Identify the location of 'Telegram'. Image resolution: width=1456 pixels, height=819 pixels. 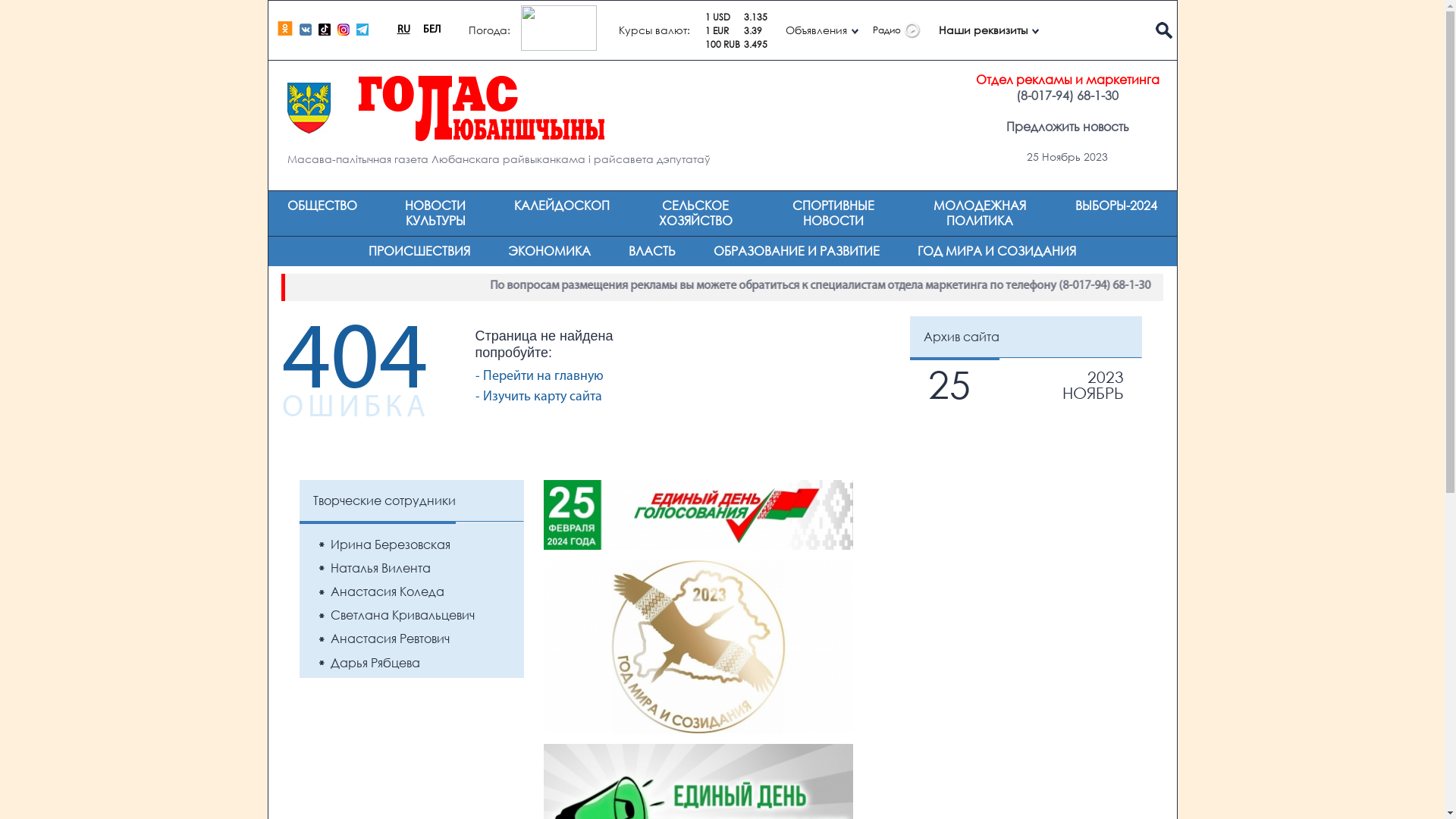
(356, 33).